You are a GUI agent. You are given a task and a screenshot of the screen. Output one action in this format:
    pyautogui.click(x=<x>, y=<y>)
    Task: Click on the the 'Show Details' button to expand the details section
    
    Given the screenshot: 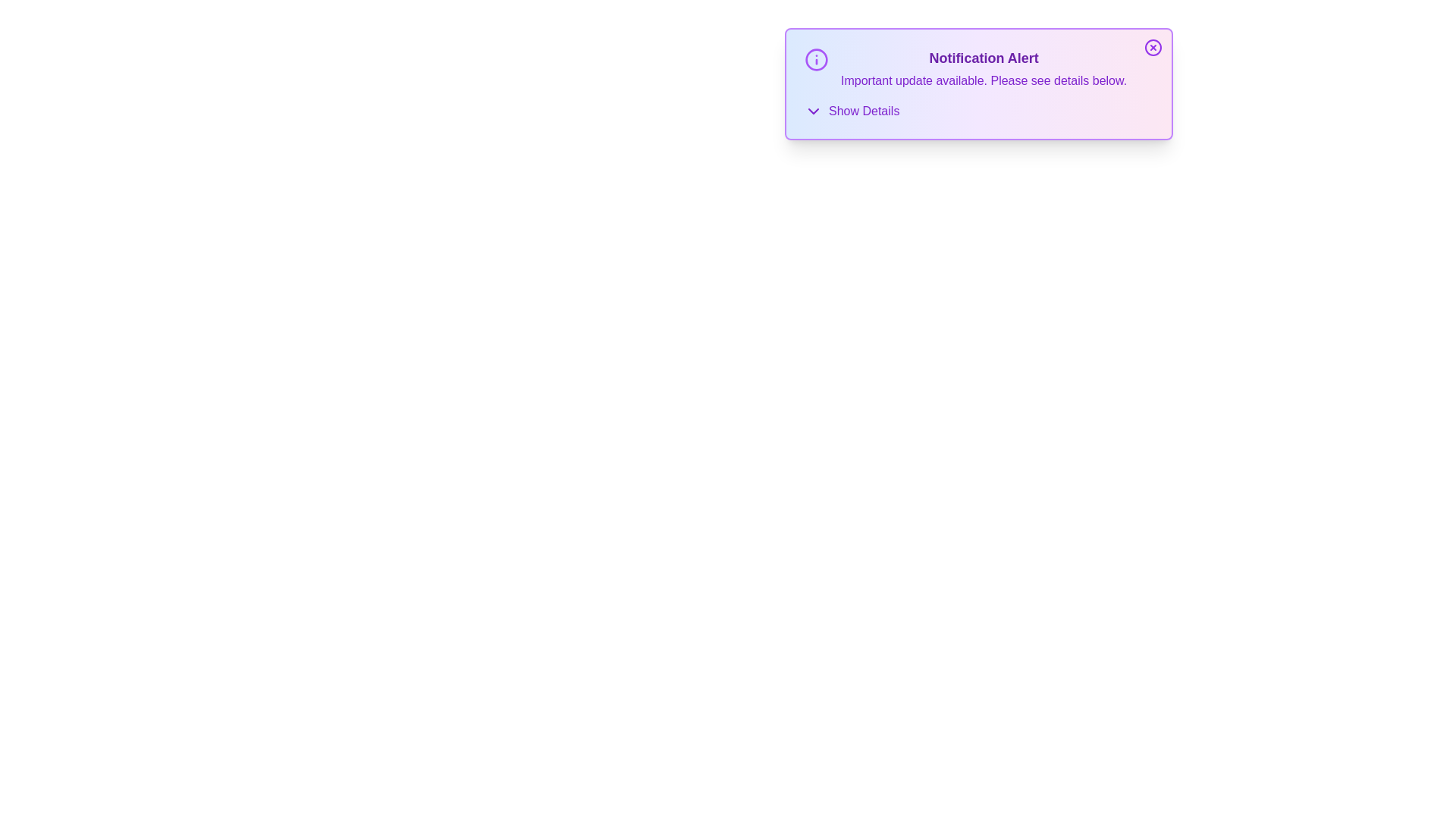 What is the action you would take?
    pyautogui.click(x=852, y=110)
    